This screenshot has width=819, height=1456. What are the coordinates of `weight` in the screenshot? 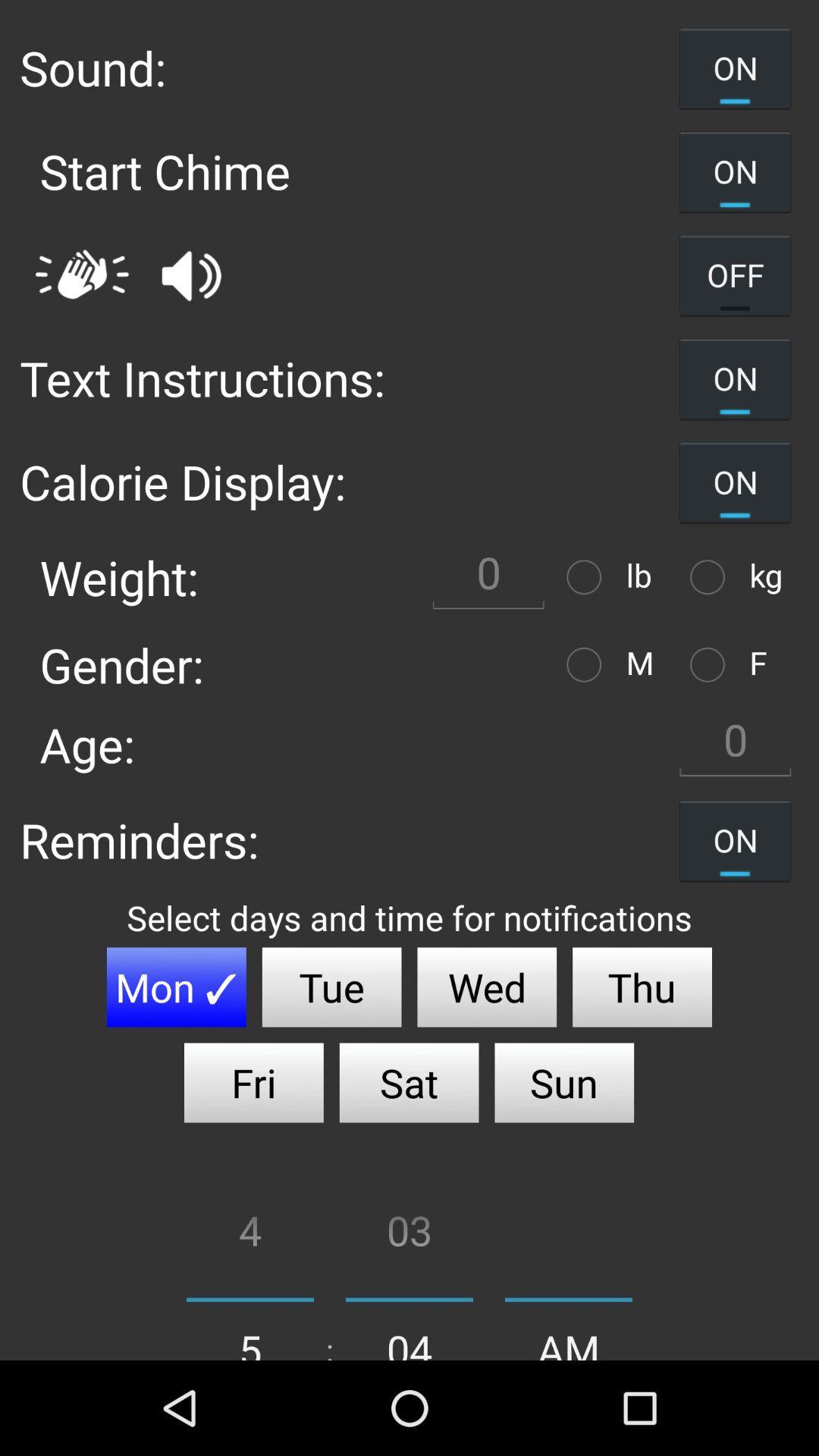 It's located at (587, 576).